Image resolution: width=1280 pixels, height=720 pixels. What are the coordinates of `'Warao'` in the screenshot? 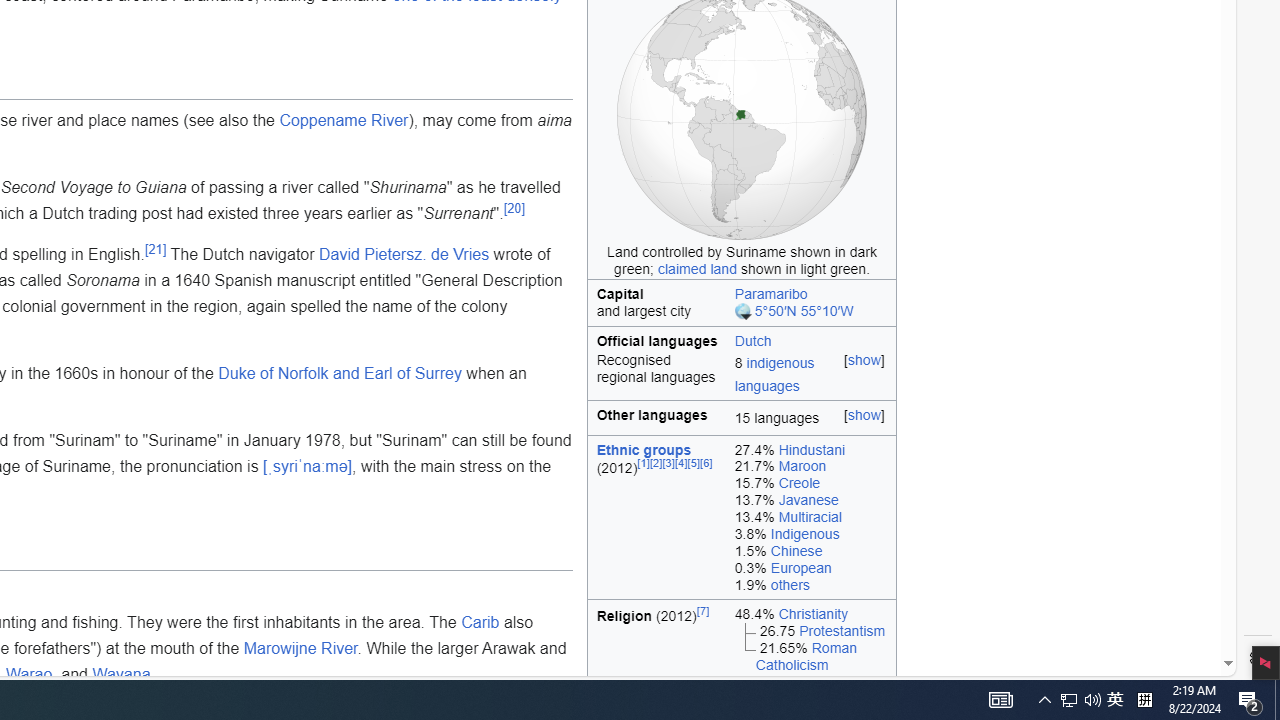 It's located at (28, 674).